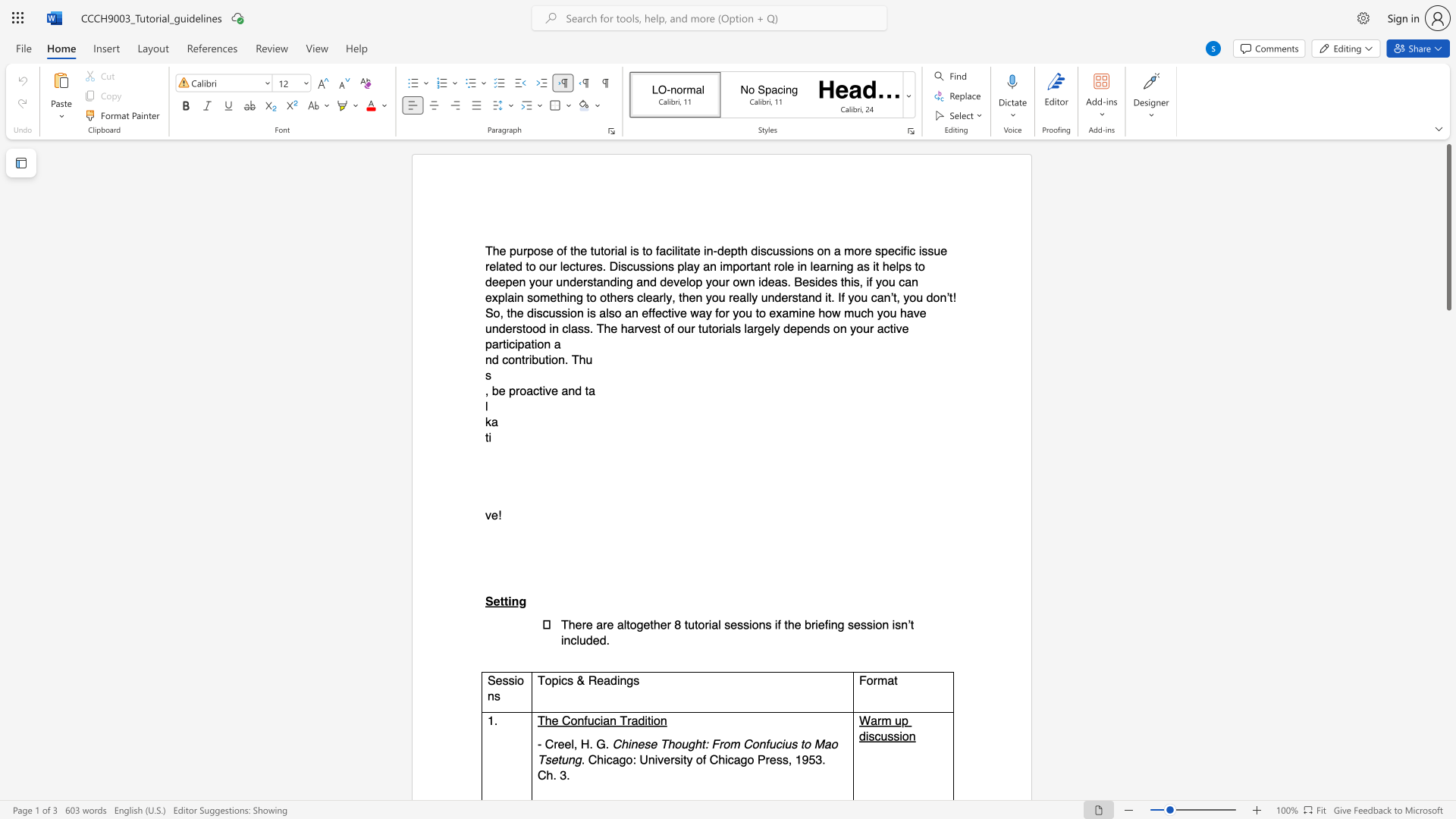  Describe the element at coordinates (1448, 529) in the screenshot. I see `the scrollbar to move the page downward` at that location.